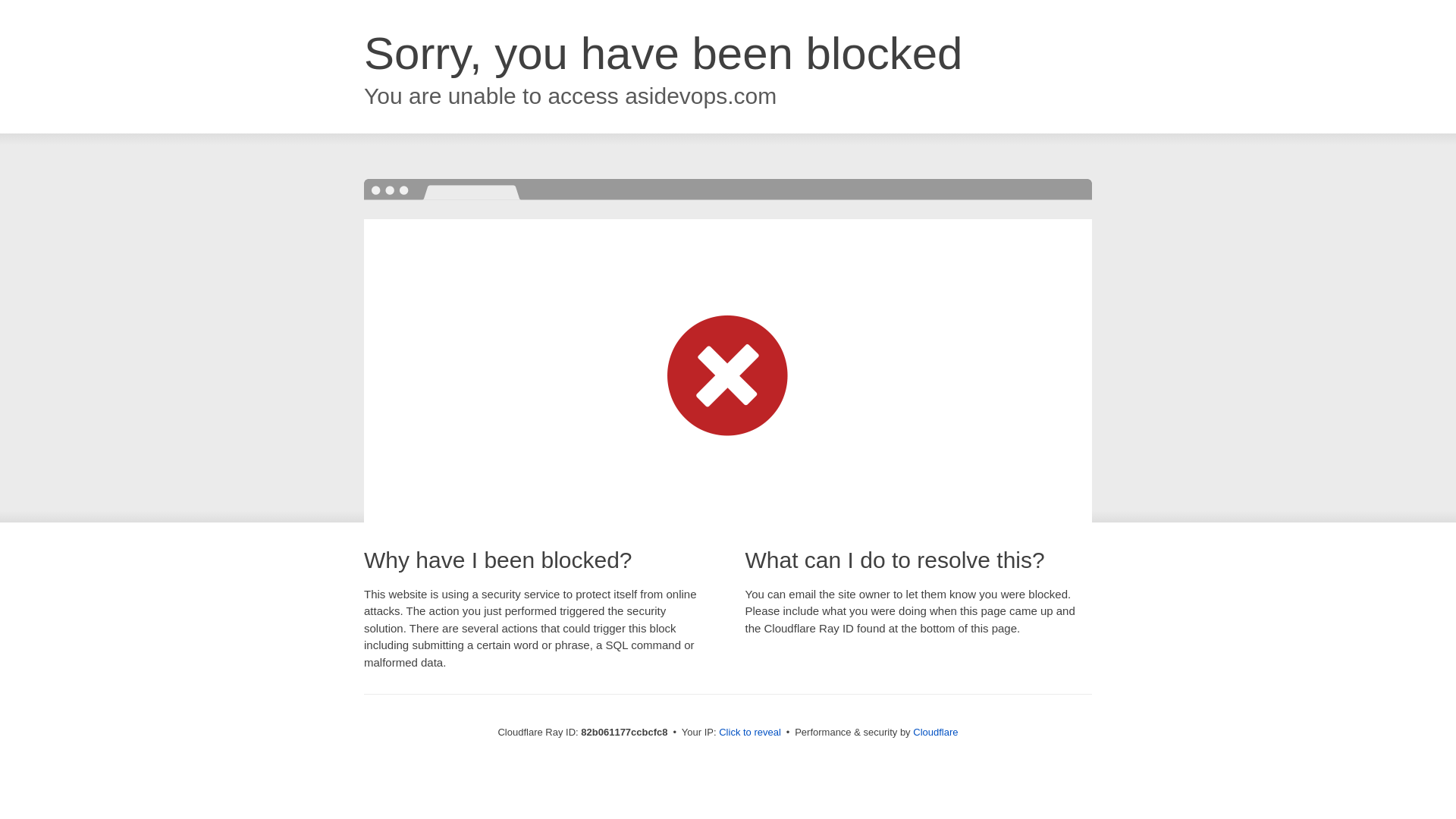 This screenshot has height=819, width=1456. Describe the element at coordinates (934, 731) in the screenshot. I see `'Cloudflare'` at that location.